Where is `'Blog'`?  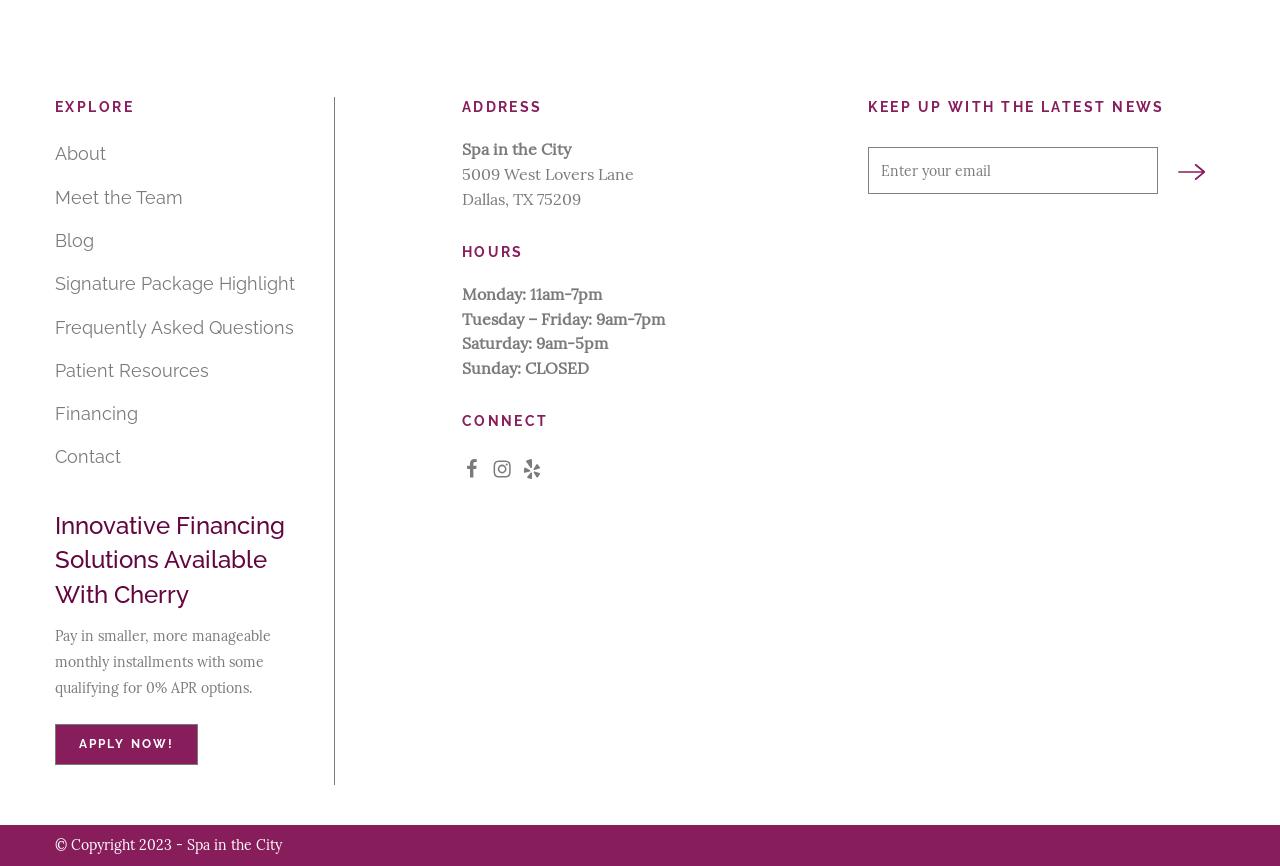 'Blog' is located at coordinates (74, 238).